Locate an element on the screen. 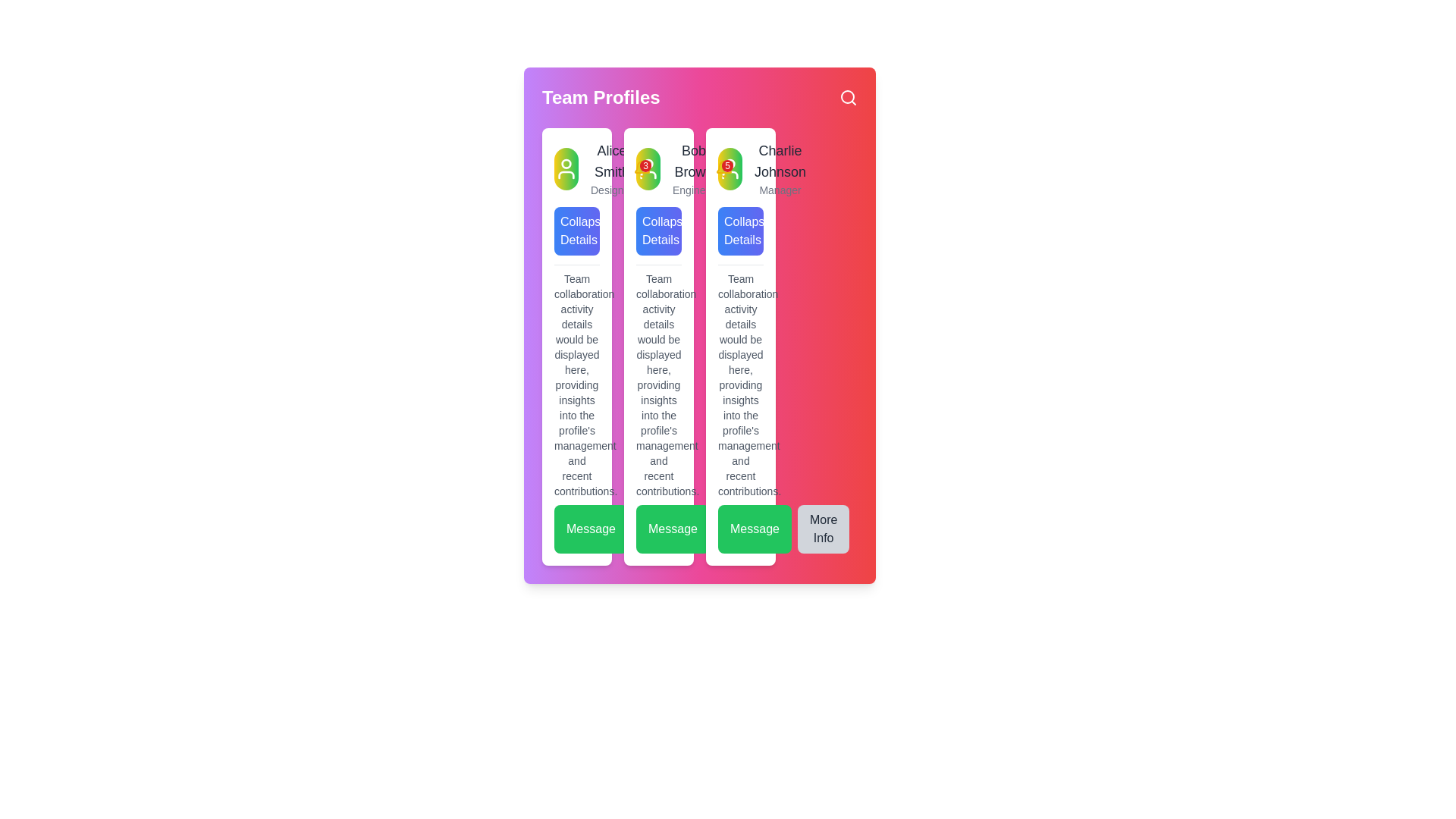 The image size is (1456, 819). the small circular SVG element that represents a user profile image, located at the center of the second card in the team profile dashboard is located at coordinates (648, 164).